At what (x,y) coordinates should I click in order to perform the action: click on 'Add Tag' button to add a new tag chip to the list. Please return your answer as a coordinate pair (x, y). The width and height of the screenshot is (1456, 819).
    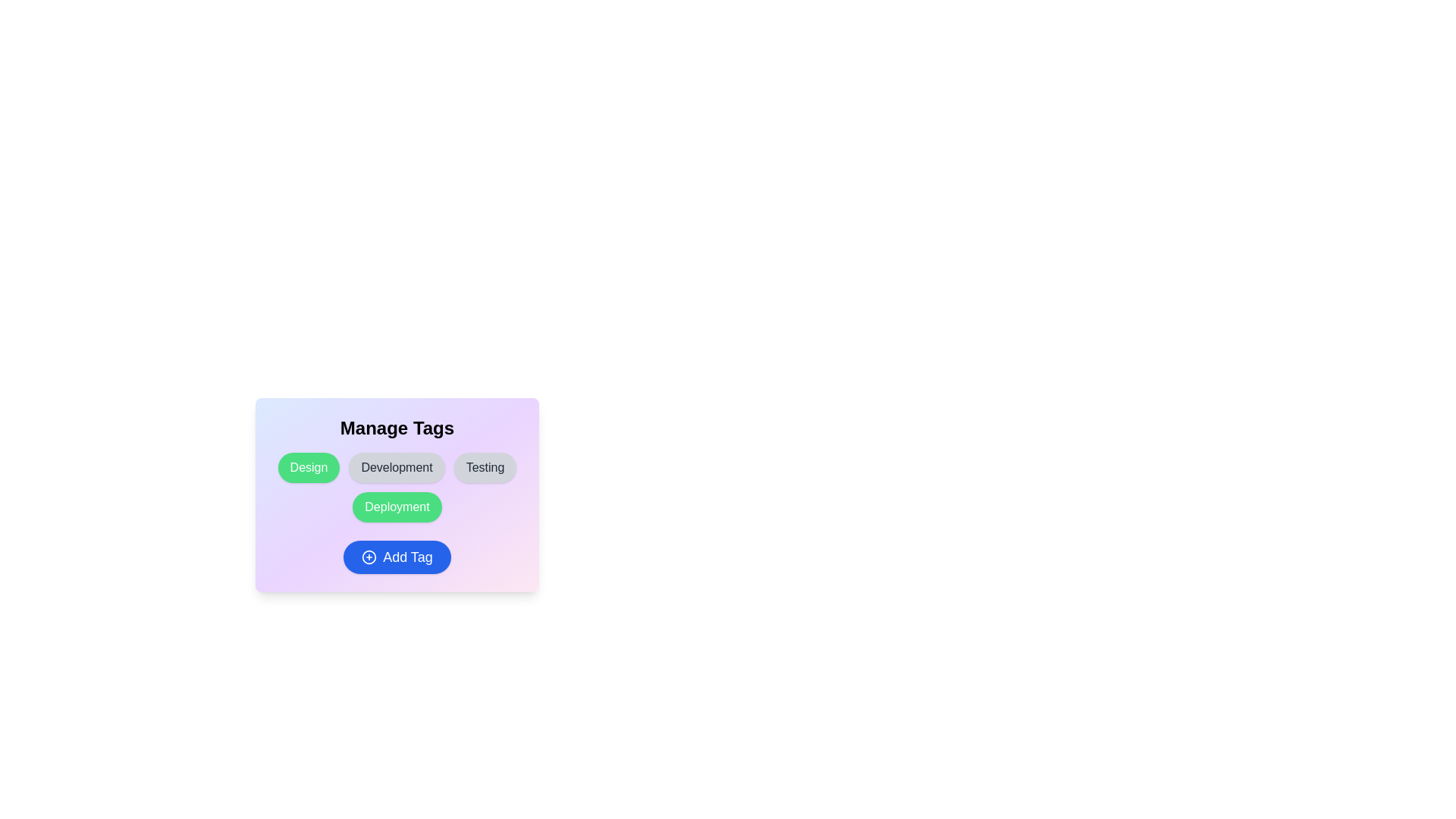
    Looking at the image, I should click on (397, 557).